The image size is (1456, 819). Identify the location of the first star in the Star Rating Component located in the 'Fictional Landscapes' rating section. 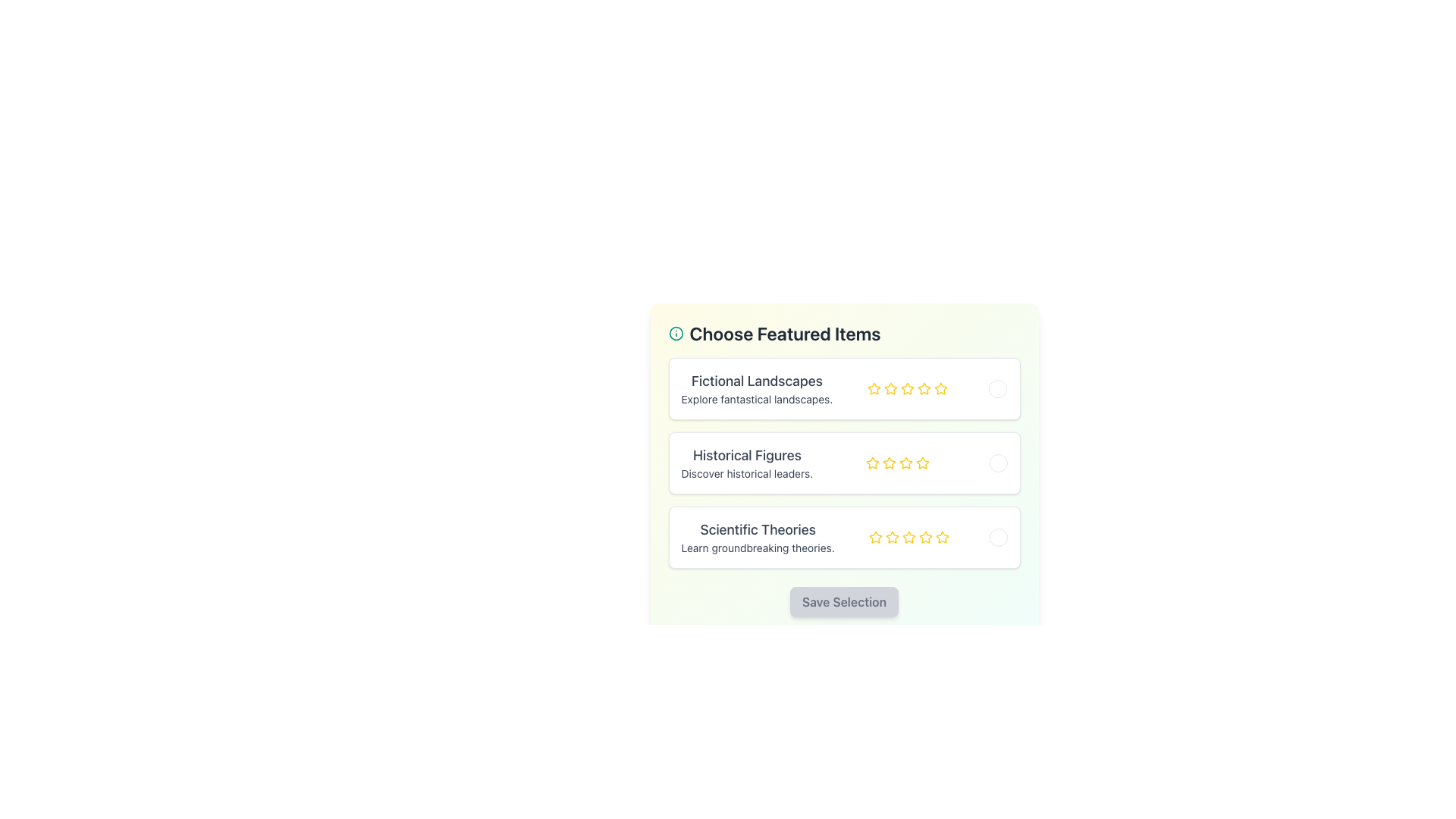
(874, 388).